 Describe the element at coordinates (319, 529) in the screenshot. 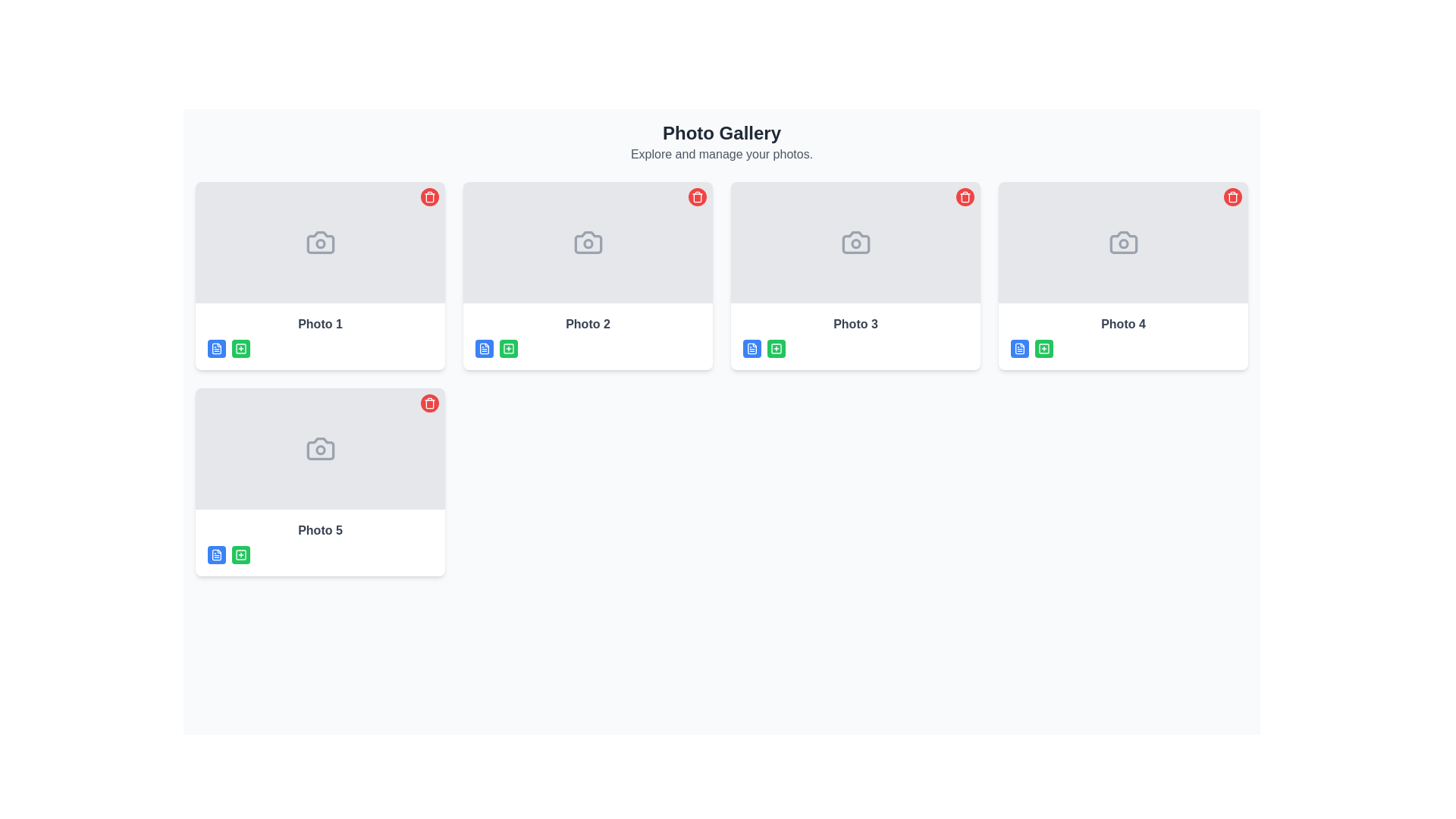

I see `the text label 'Photo 5' located at the bottom section of the fifth card layout in the photo gallery` at that location.